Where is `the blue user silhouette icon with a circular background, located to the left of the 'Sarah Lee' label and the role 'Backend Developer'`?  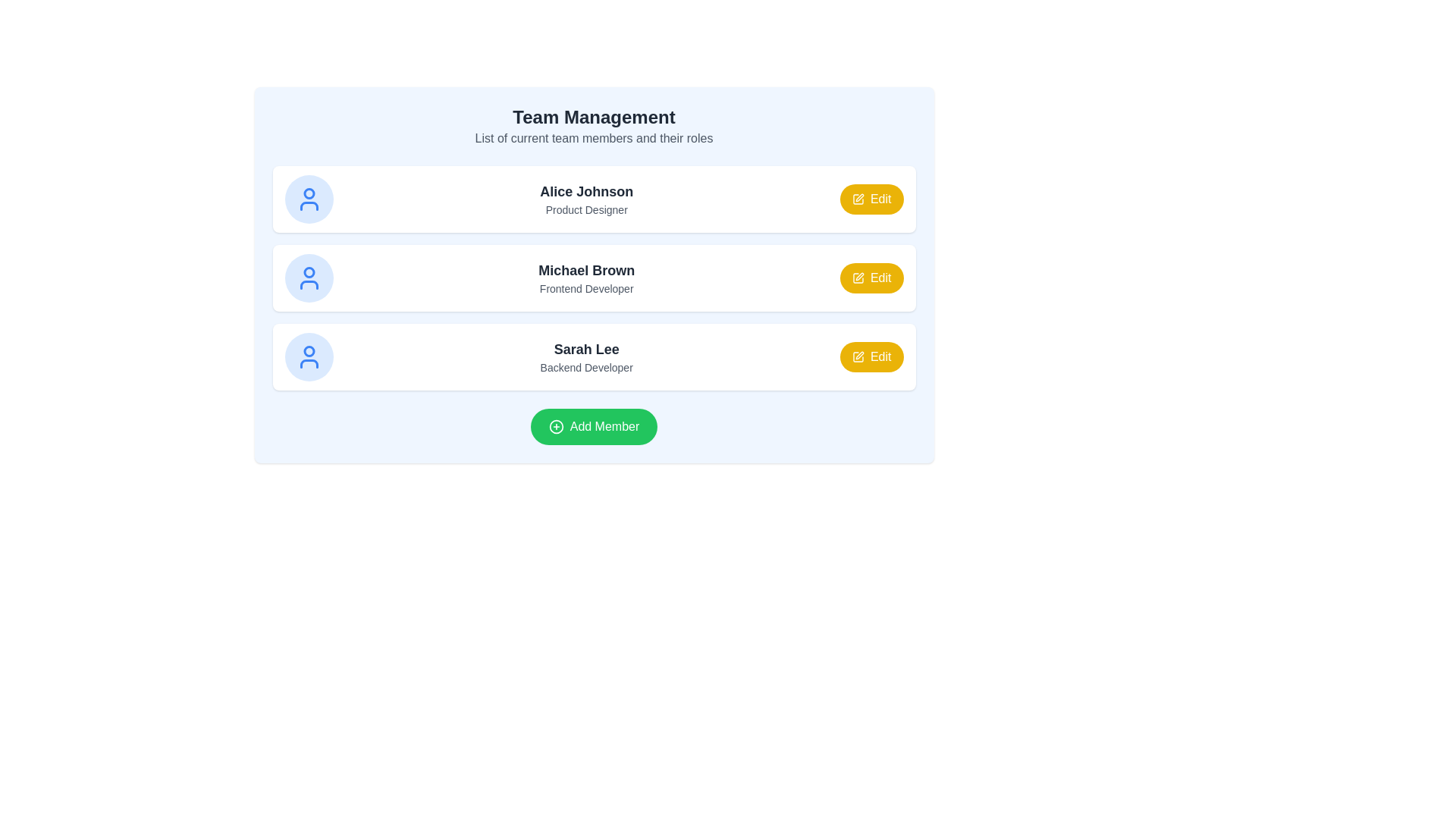 the blue user silhouette icon with a circular background, located to the left of the 'Sarah Lee' label and the role 'Backend Developer' is located at coordinates (308, 356).